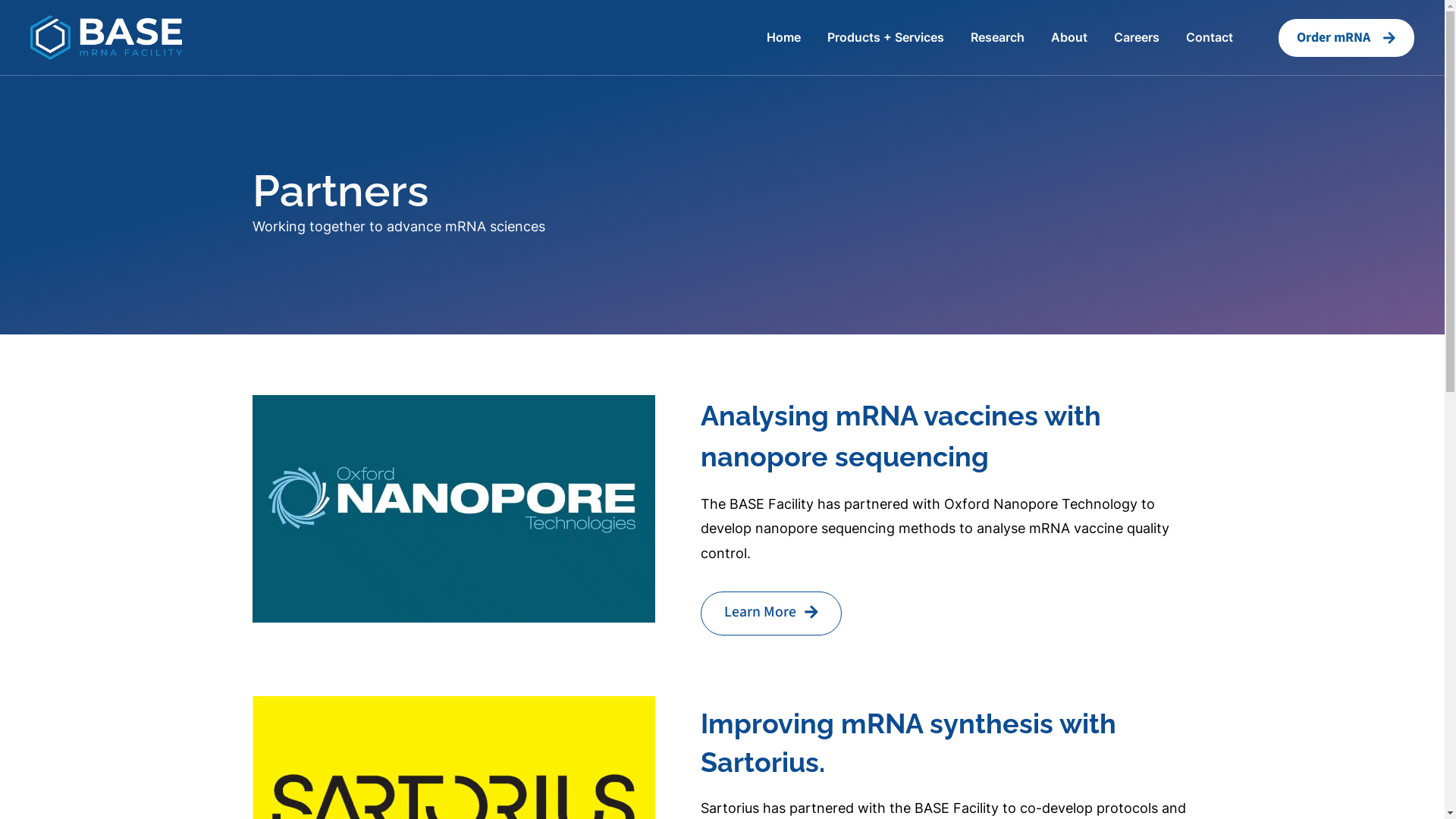 The image size is (1456, 819). Describe the element at coordinates (1346, 37) in the screenshot. I see `'Order mRNA'` at that location.